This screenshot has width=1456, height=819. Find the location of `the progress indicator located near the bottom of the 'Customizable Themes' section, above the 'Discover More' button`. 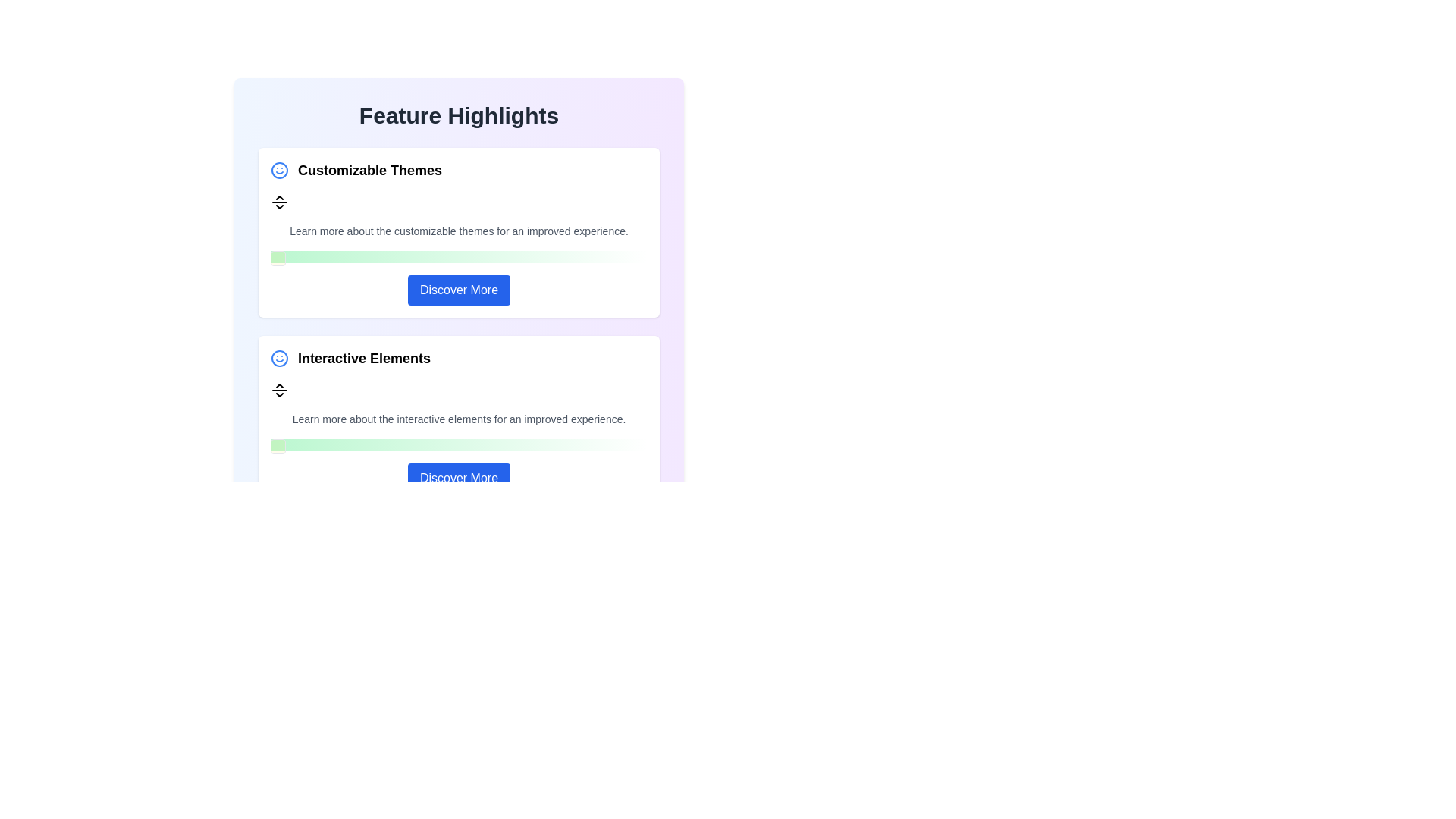

the progress indicator located near the bottom of the 'Customizable Themes' section, above the 'Discover More' button is located at coordinates (278, 257).